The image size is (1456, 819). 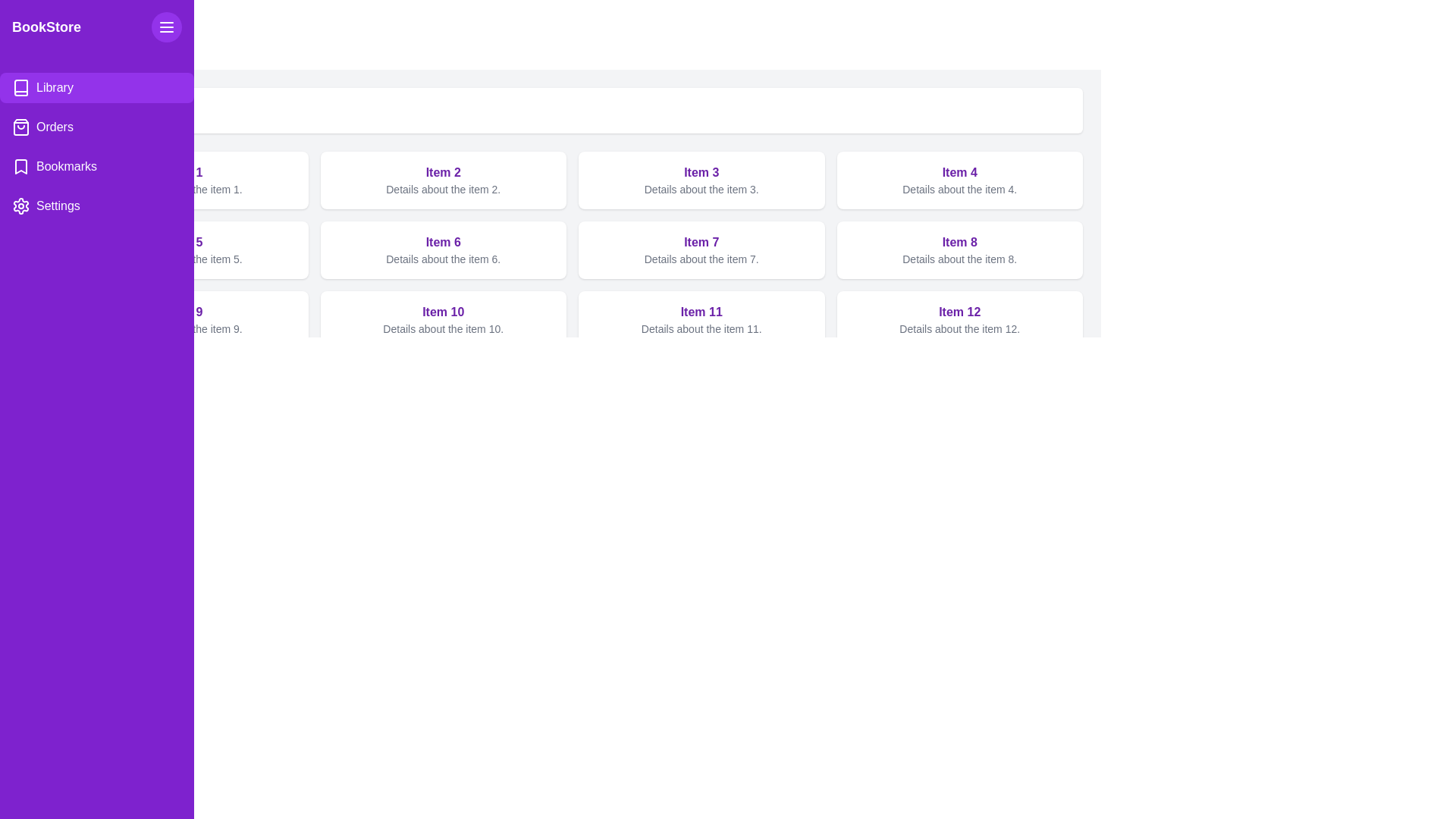 What do you see at coordinates (959, 189) in the screenshot?
I see `the text label displaying 'Details about the item 4.' which is located below the title 'Item 4' in the card layout` at bounding box center [959, 189].